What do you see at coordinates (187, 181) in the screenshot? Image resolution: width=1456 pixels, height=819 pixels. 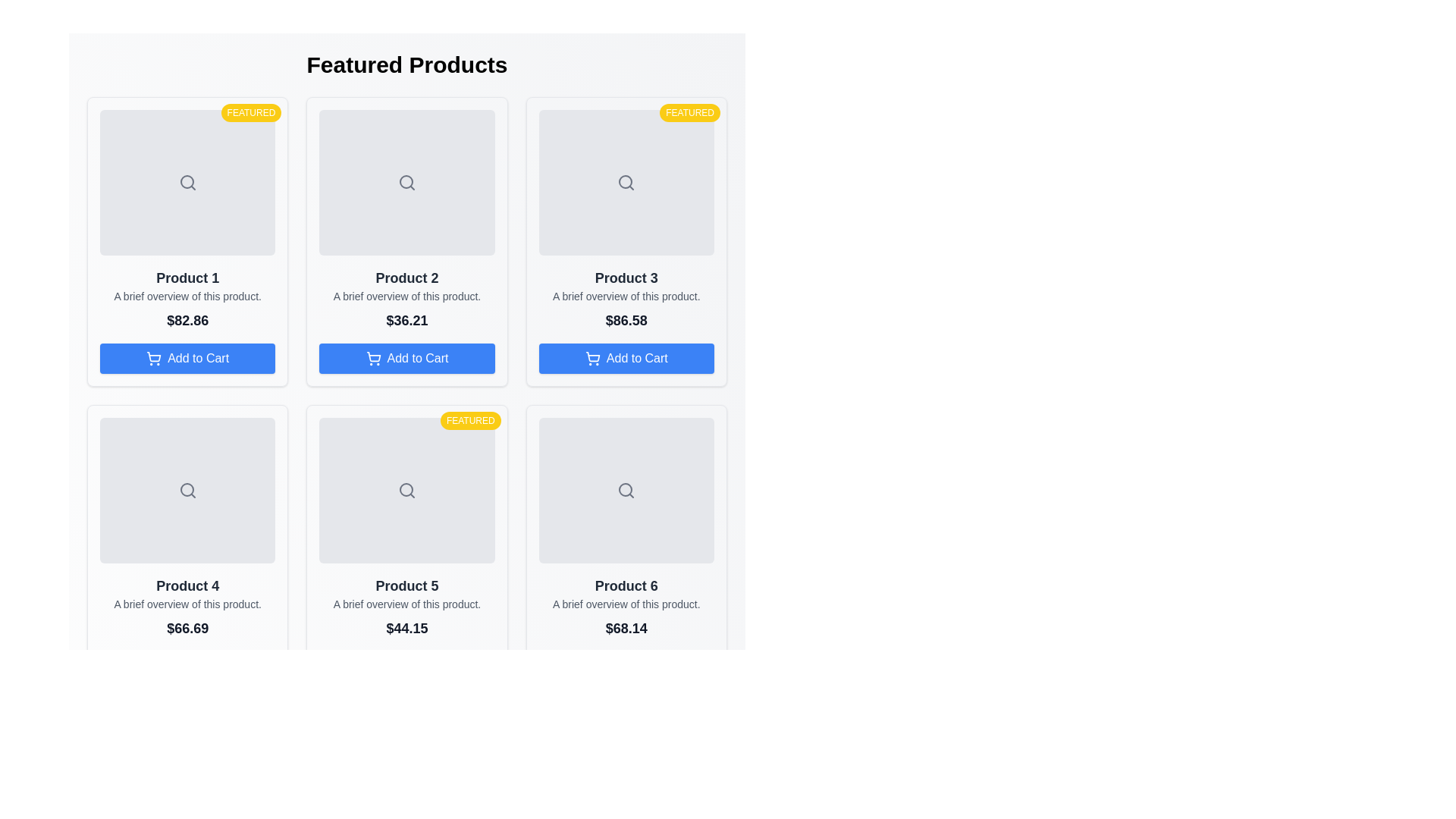 I see `the magnifying glass icon located in the upper-left card of the grid layout labeled 'Product 1', which is centered within the gray background placeholder for the product image` at bounding box center [187, 181].